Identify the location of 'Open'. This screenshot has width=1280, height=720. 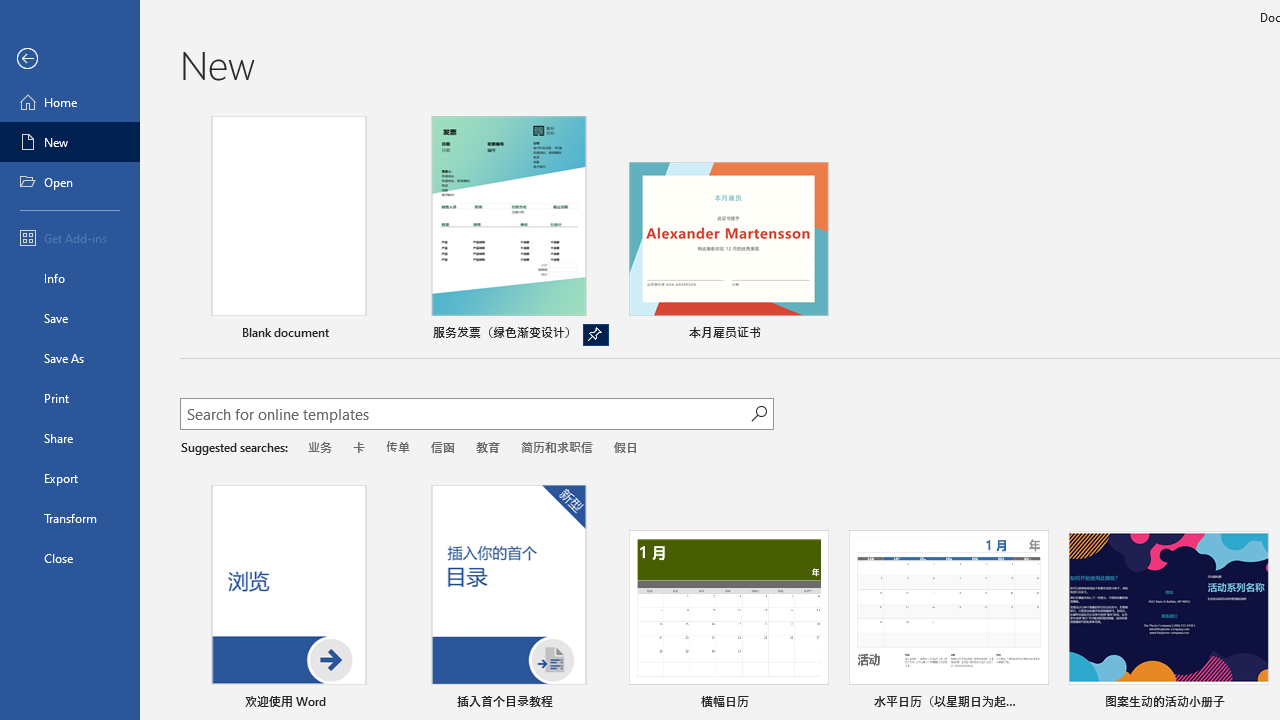
(69, 182).